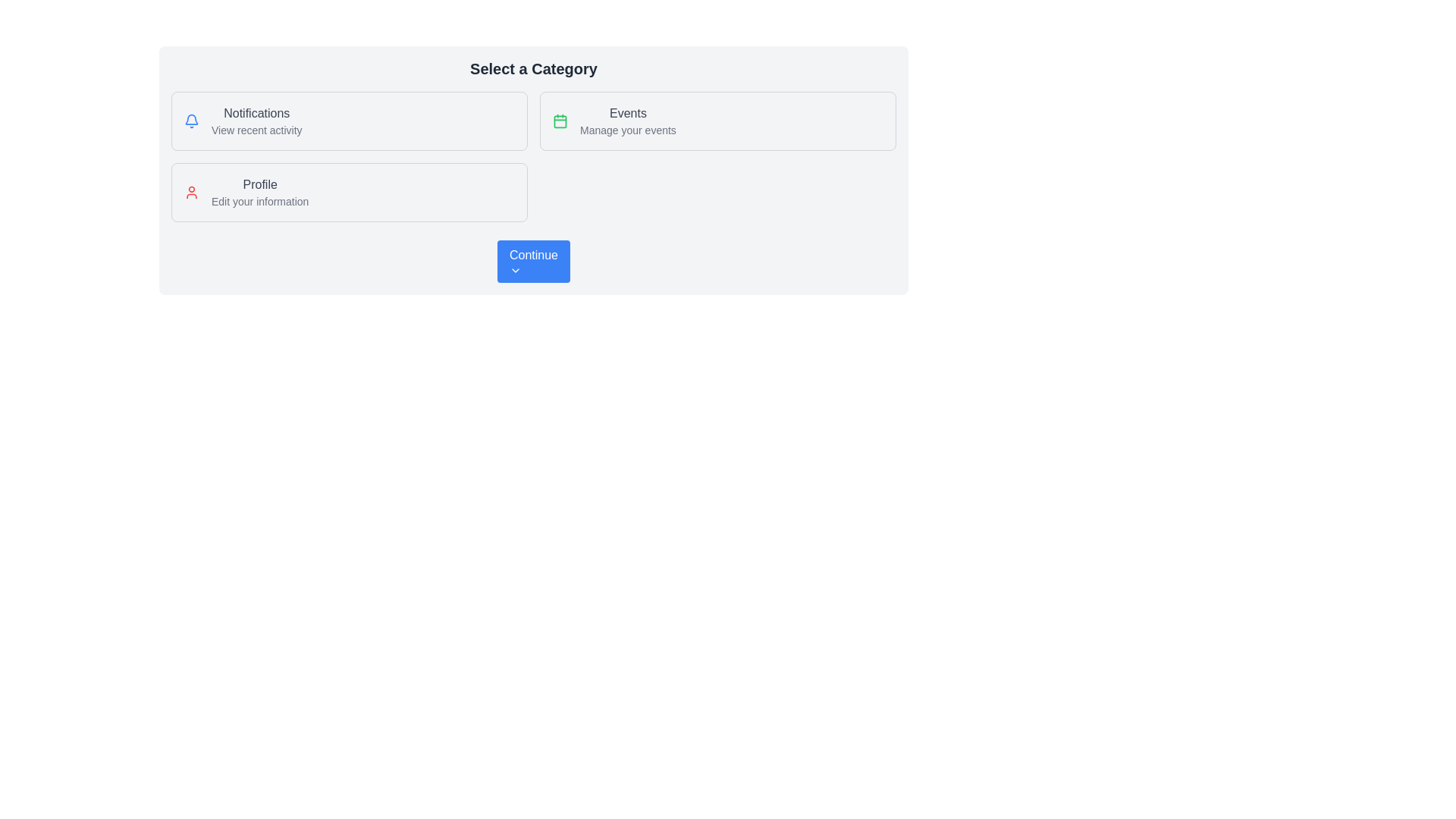  I want to click on the second Clickable card component in the grid, so click(717, 120).